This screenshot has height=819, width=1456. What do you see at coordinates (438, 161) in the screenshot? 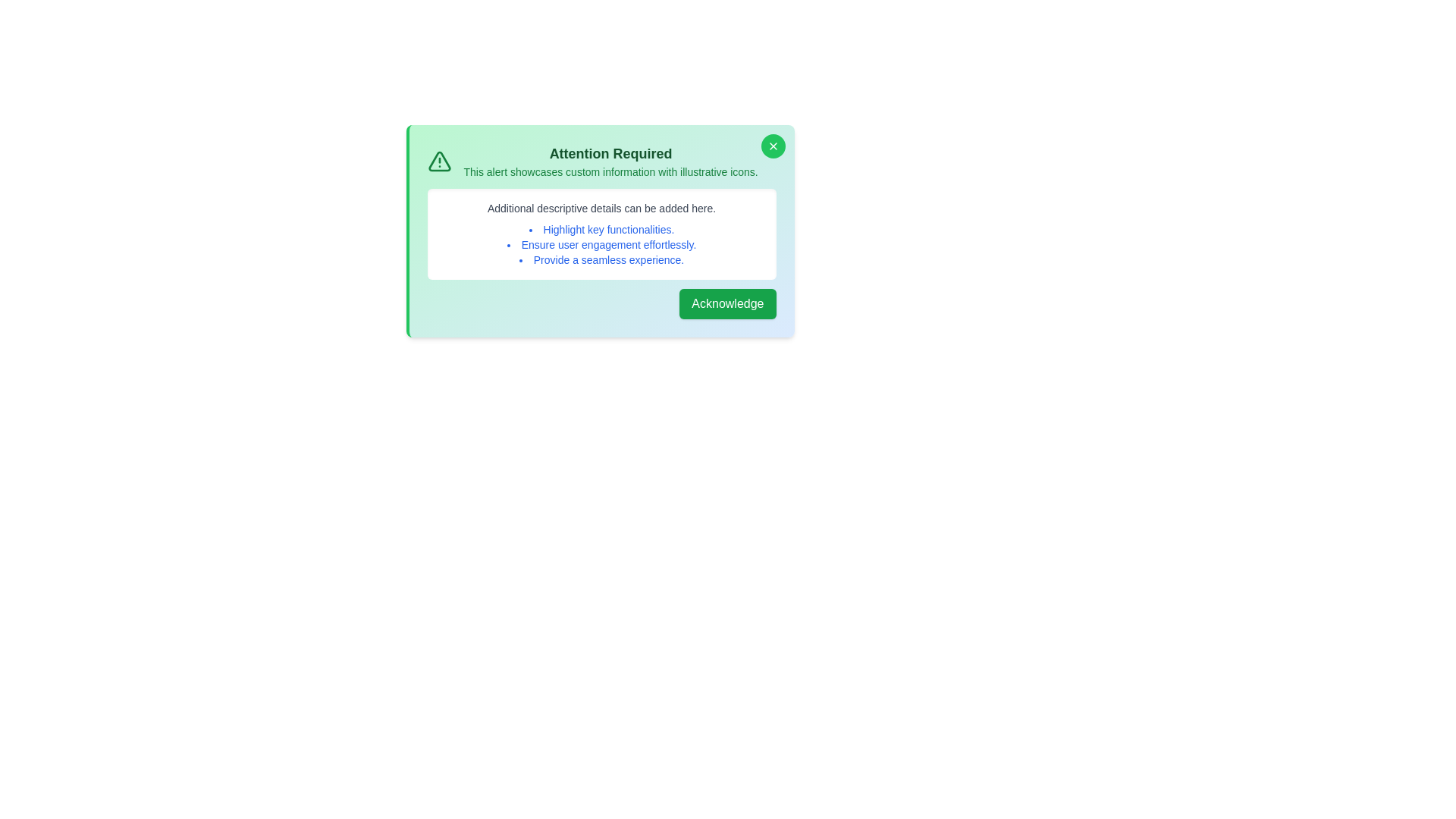
I see `the illustrative icon to examine it` at bounding box center [438, 161].